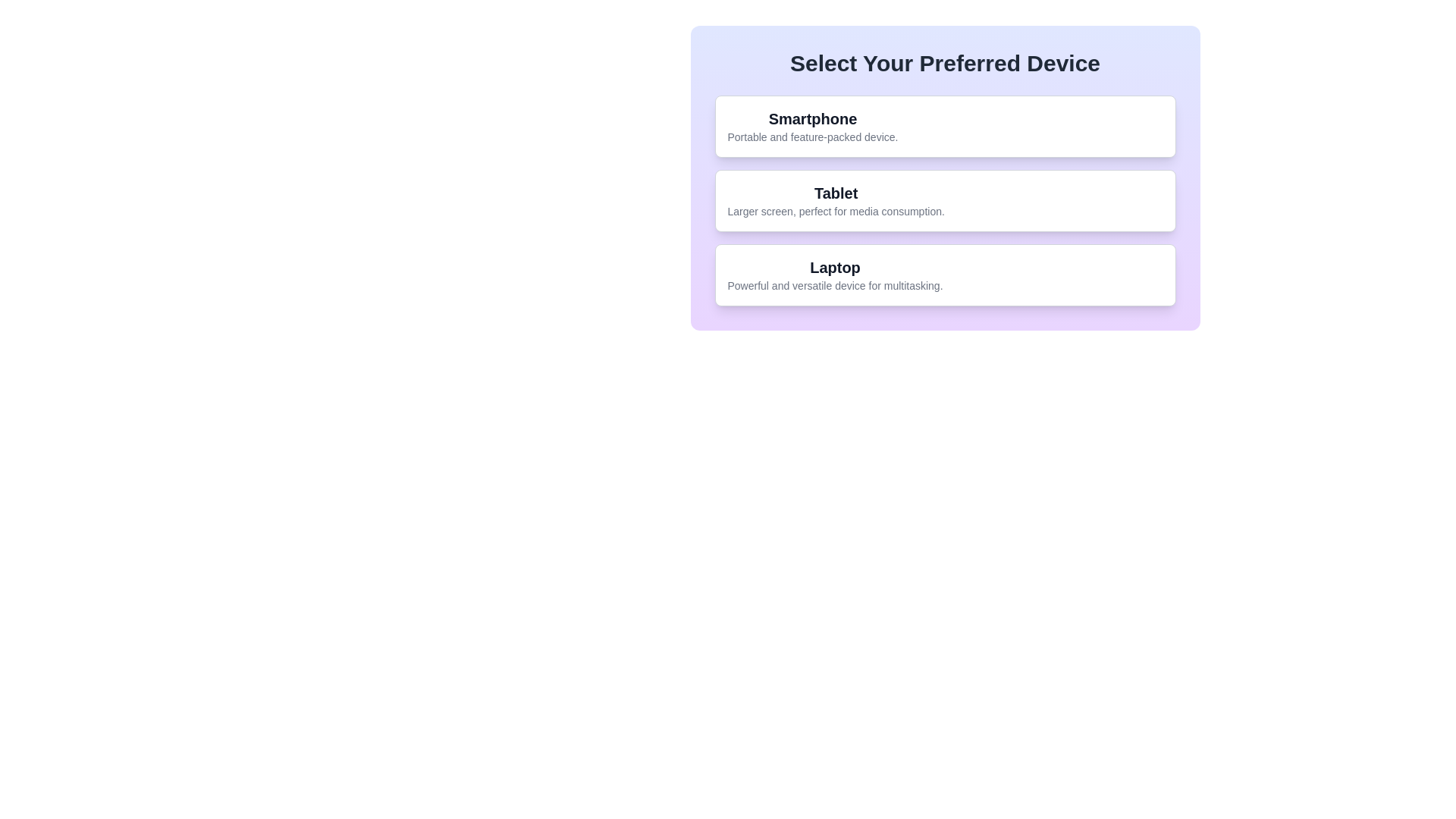 This screenshot has width=1456, height=819. What do you see at coordinates (811, 118) in the screenshot?
I see `the Text Label that identifies the first option in the list of devices, which is positioned above the descriptive subtitle 'Portable and feature-packed device.'` at bounding box center [811, 118].